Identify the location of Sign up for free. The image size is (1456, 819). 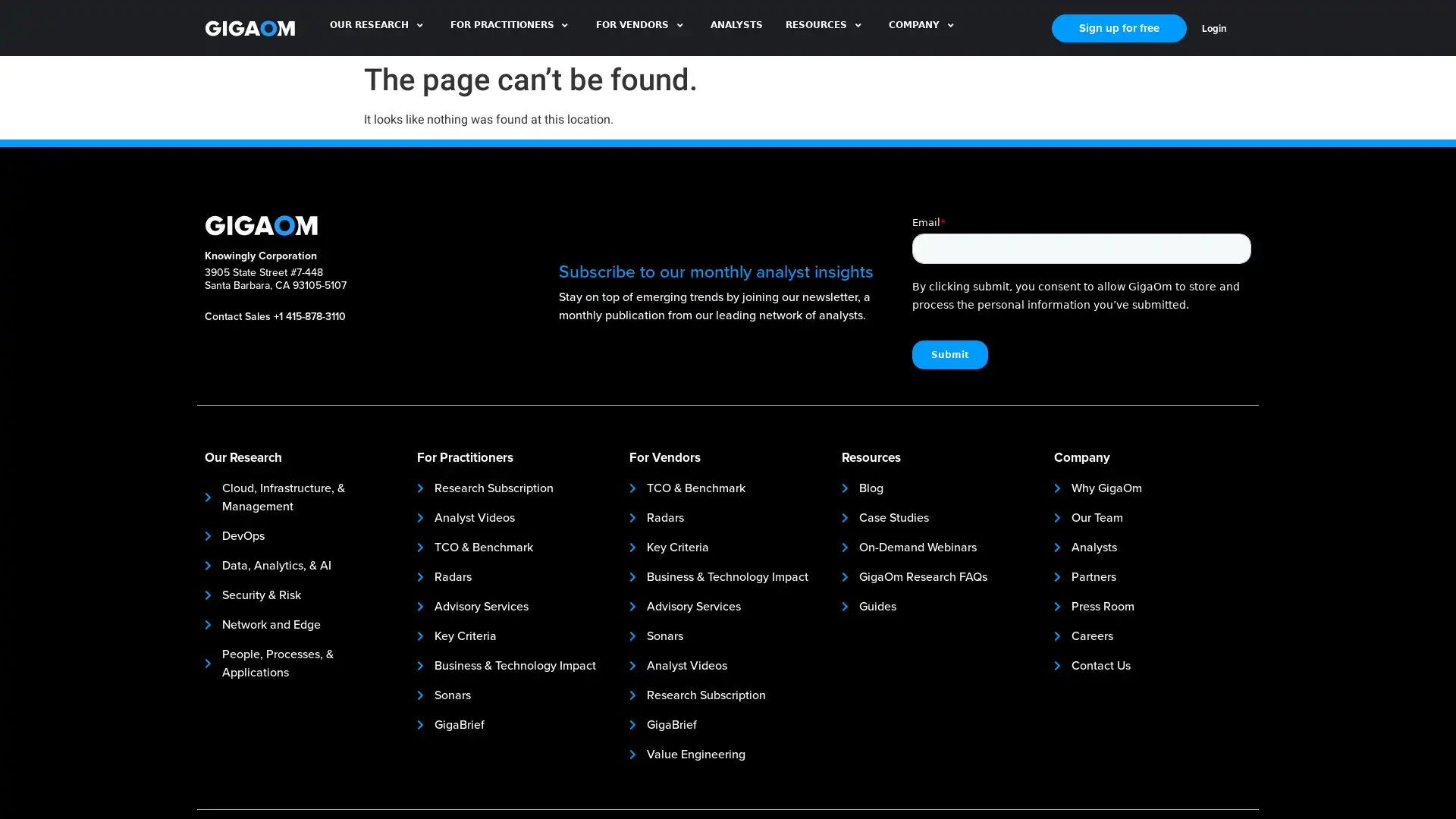
(1119, 27).